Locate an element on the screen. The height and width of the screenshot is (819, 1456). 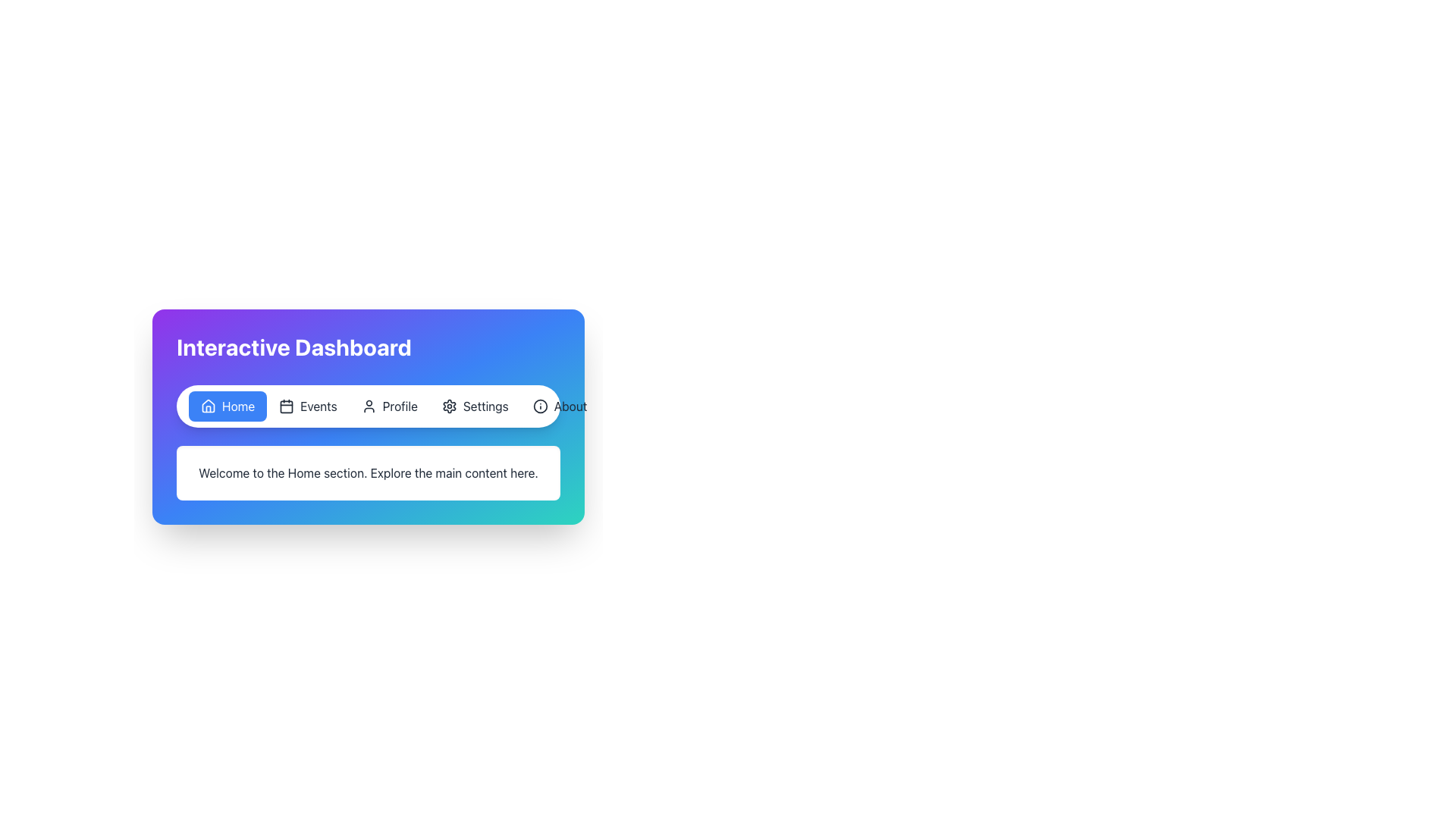
the small circular information icon with a thin stroke outline located to the left of the 'About' button in the navigation bar is located at coordinates (540, 406).